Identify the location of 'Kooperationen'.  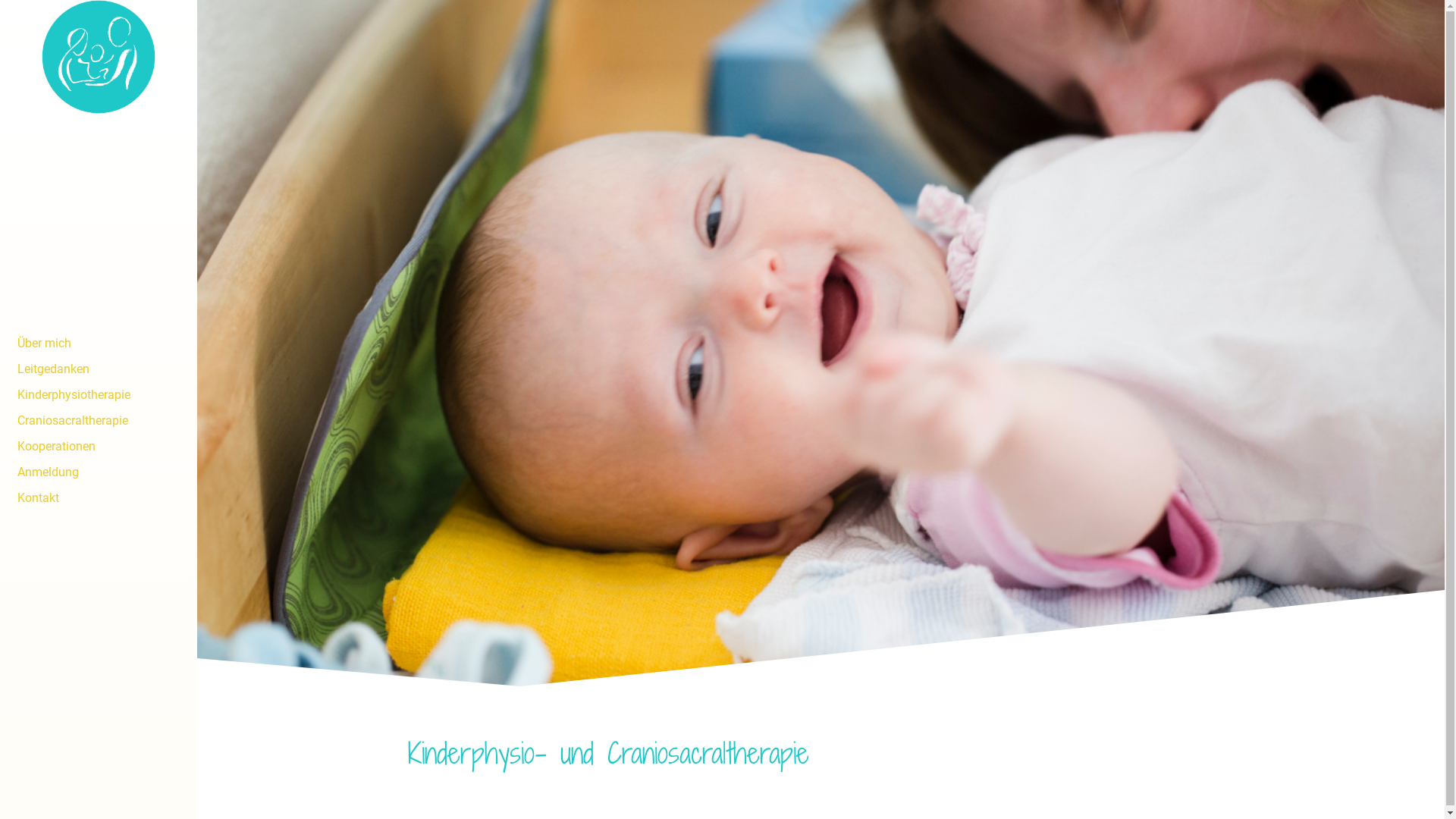
(97, 445).